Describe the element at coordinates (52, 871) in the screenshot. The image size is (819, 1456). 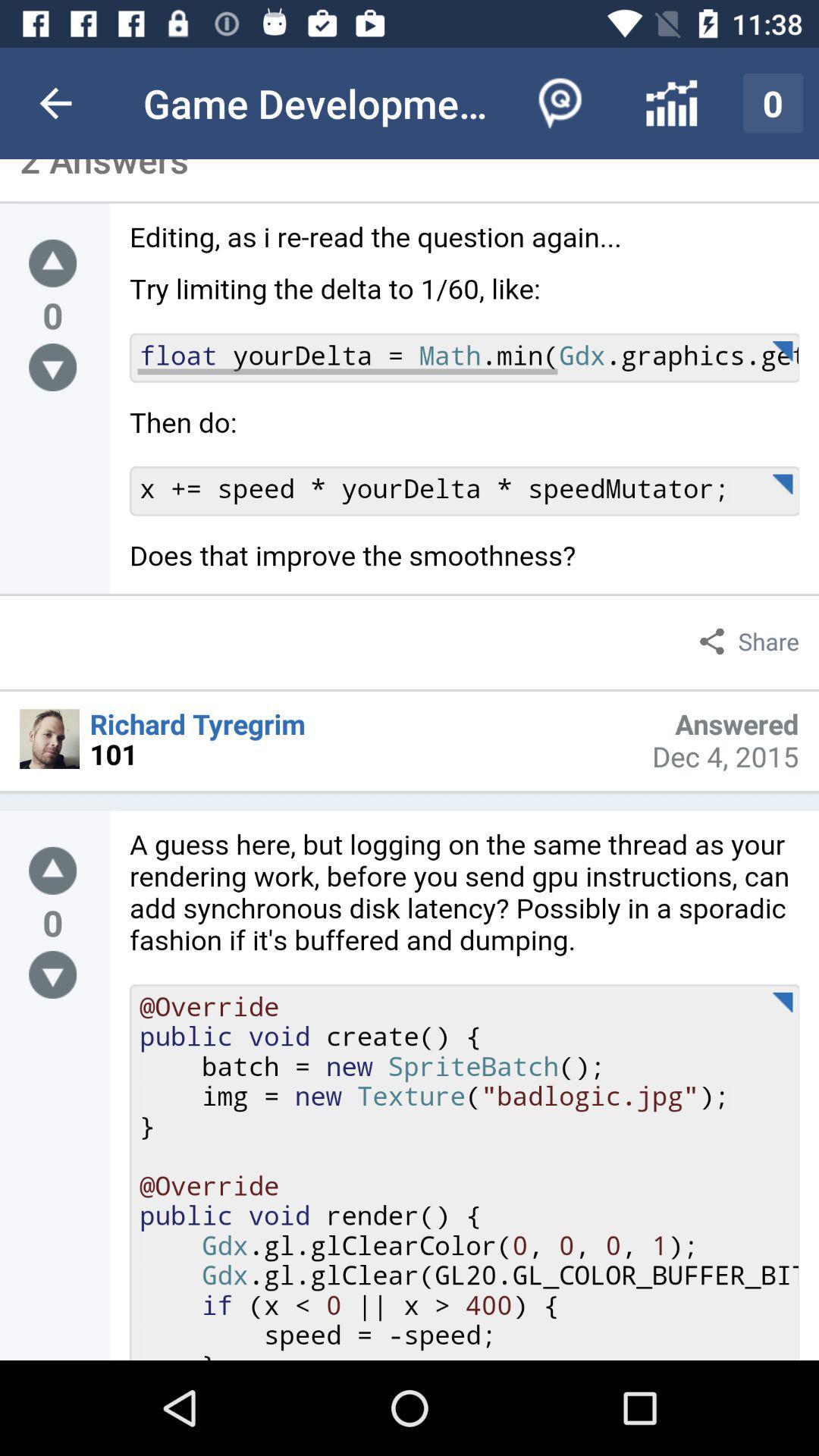
I see `up and town button` at that location.